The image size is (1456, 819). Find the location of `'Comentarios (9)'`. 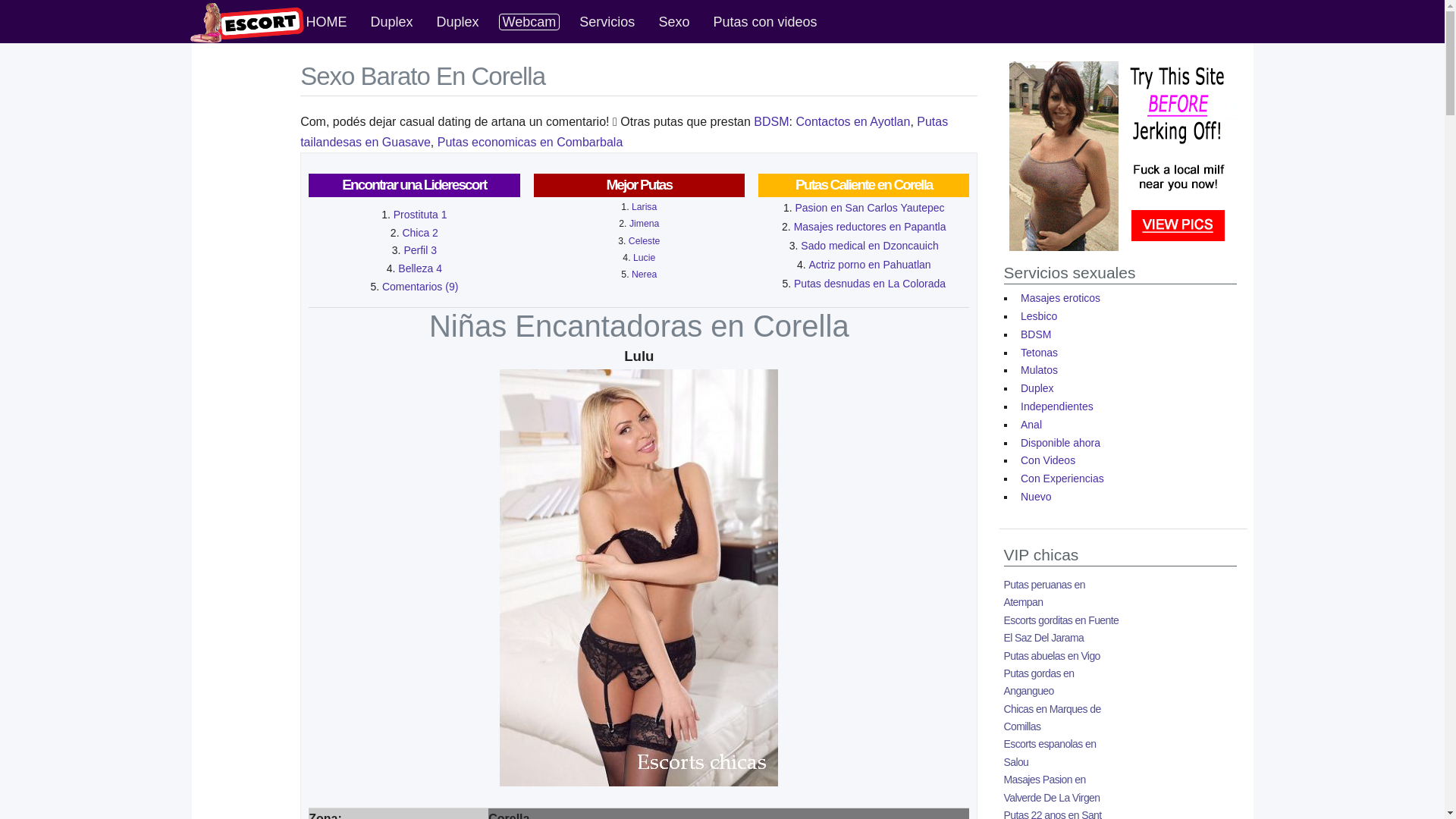

'Comentarios (9)' is located at coordinates (382, 287).